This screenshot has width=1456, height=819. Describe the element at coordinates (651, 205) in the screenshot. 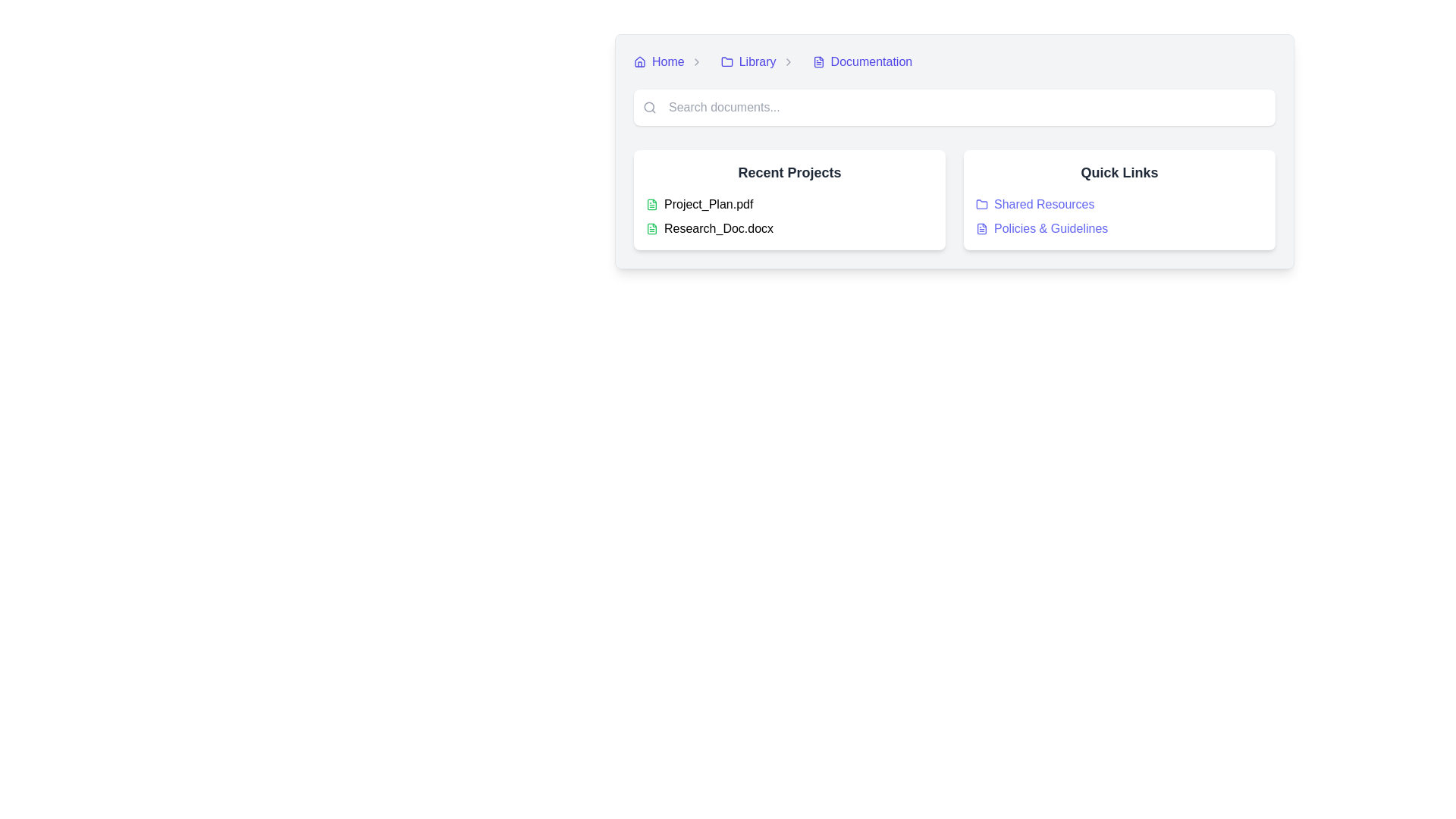

I see `the file icon resembling a page or document symbol located in the 'Recent Projects' section adjacent to the 'Project_Plan.pdf' label` at that location.